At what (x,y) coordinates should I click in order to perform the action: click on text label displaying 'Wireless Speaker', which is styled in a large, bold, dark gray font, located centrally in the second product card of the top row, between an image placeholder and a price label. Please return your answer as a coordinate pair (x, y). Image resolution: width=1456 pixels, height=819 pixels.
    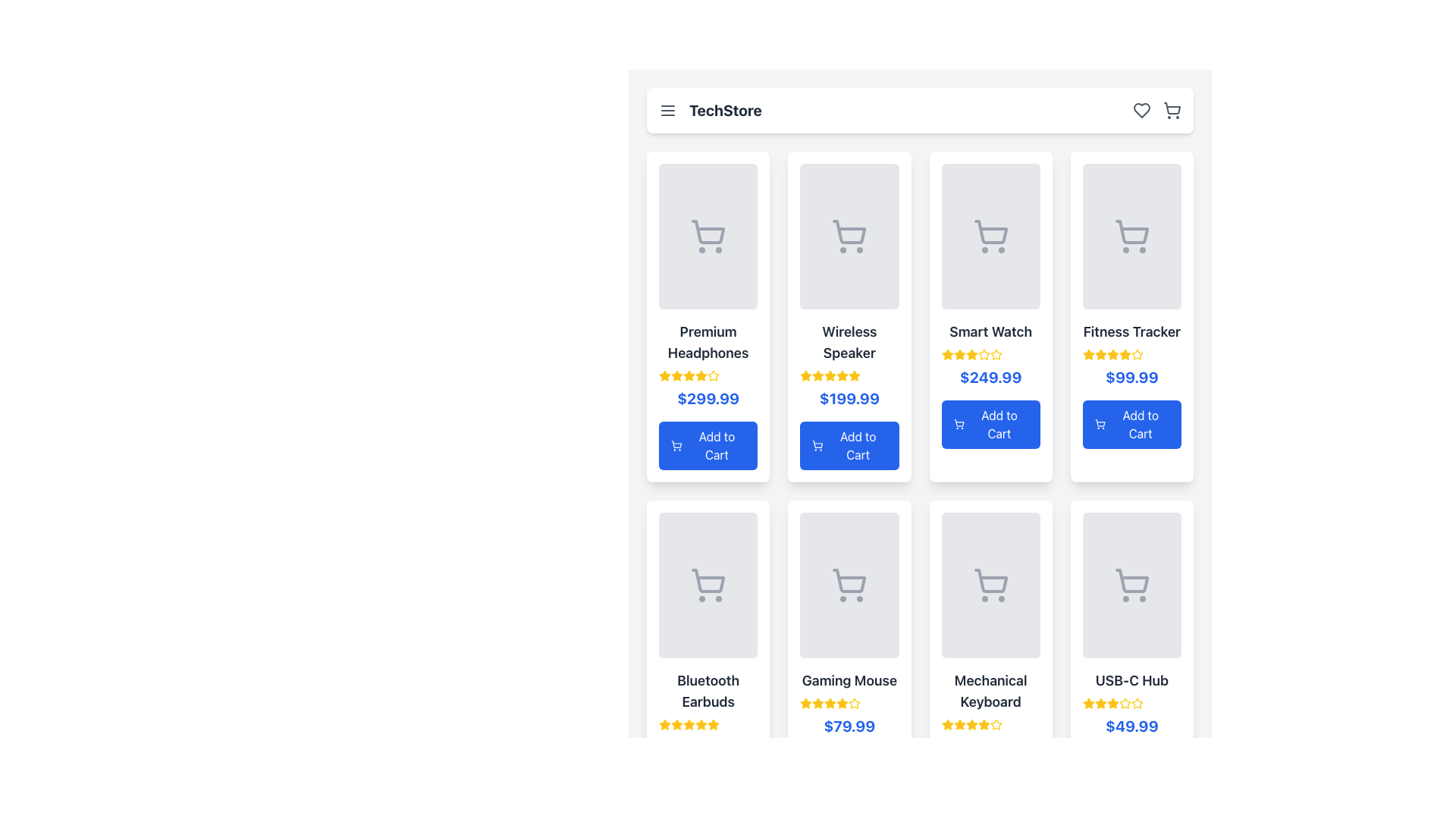
    Looking at the image, I should click on (849, 342).